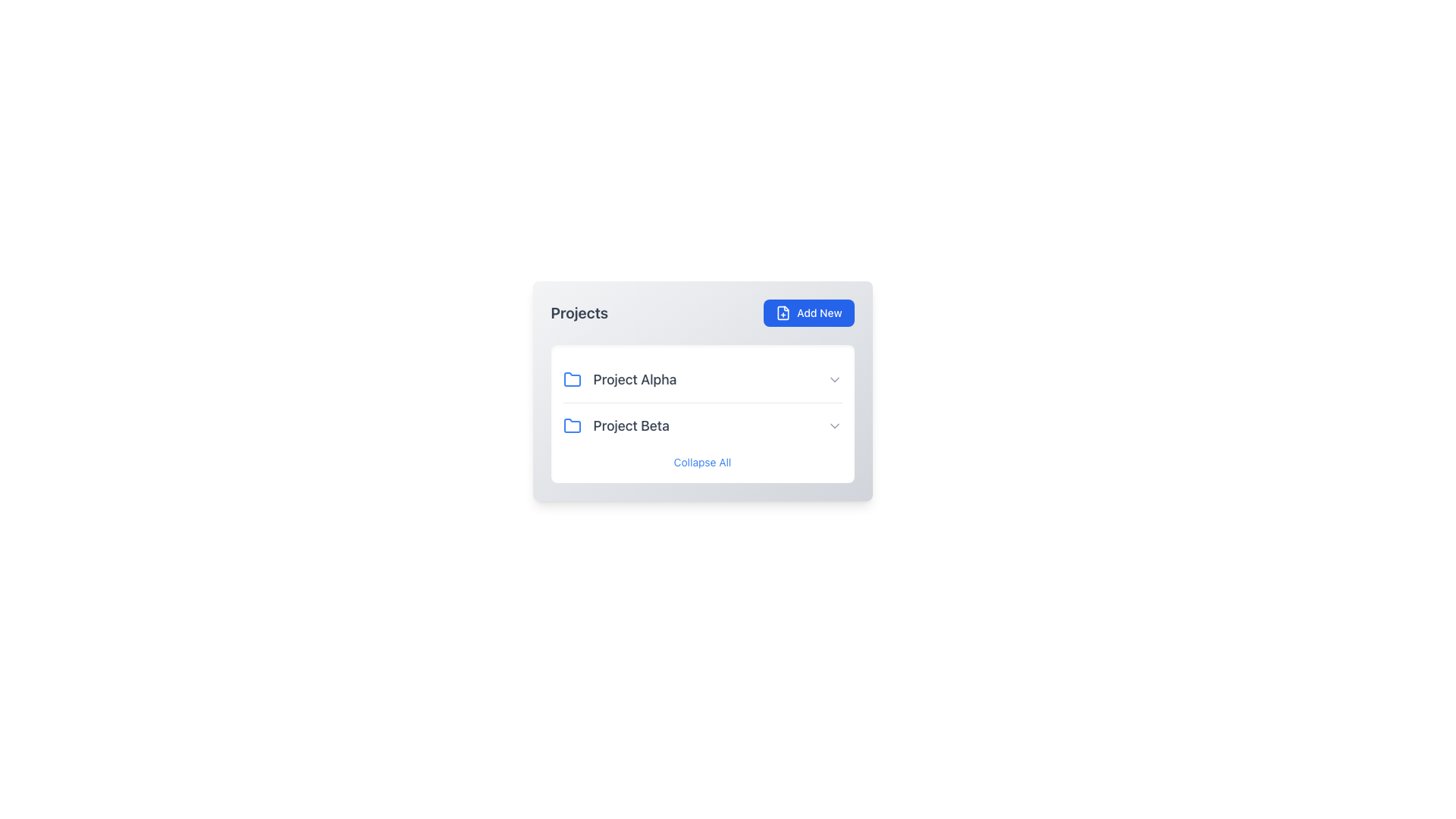  What do you see at coordinates (808, 312) in the screenshot?
I see `the 'Add New' button with a blue background and white text located at the top-right corner of the 'Projects' section` at bounding box center [808, 312].